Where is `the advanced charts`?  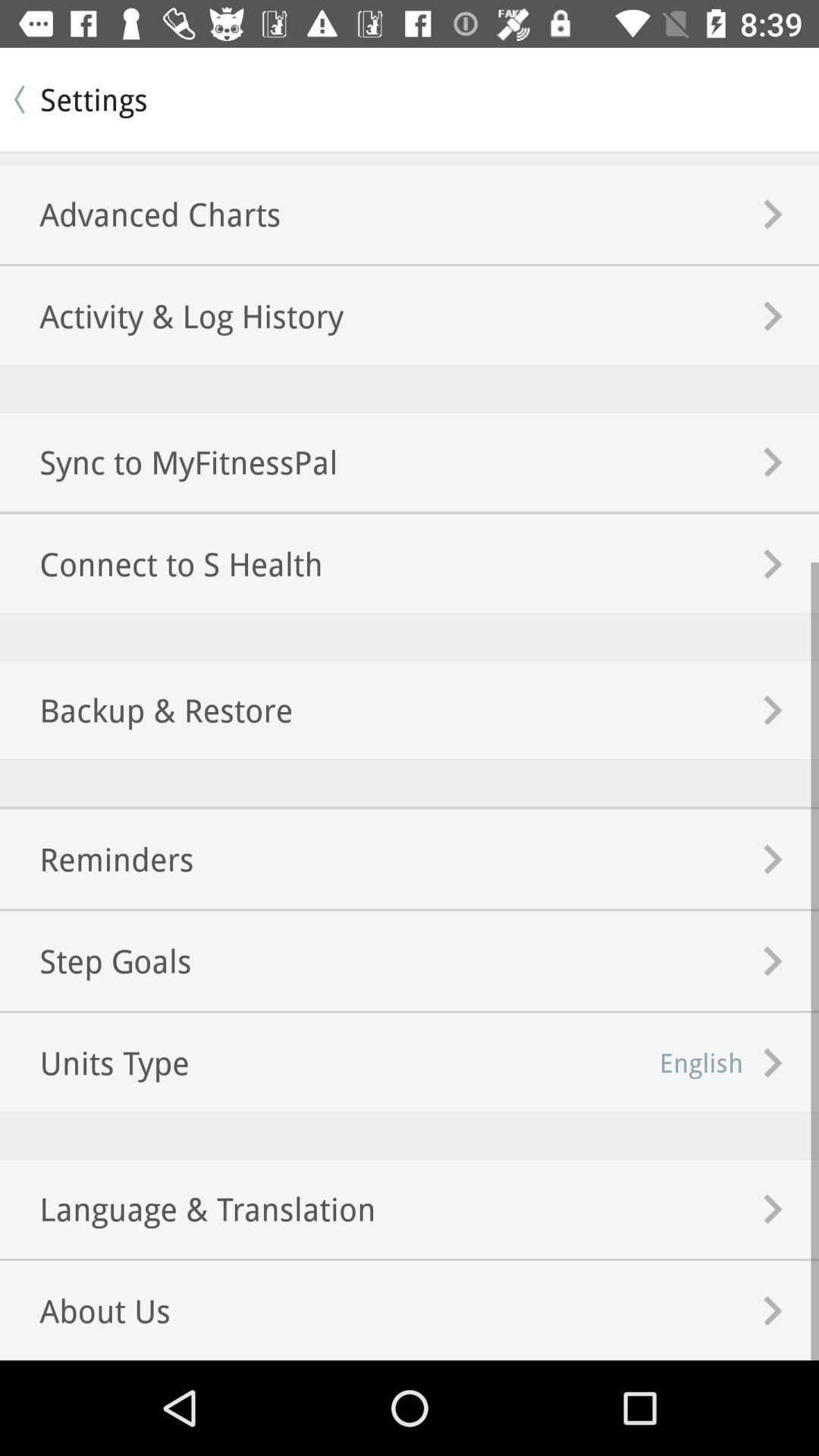
the advanced charts is located at coordinates (140, 213).